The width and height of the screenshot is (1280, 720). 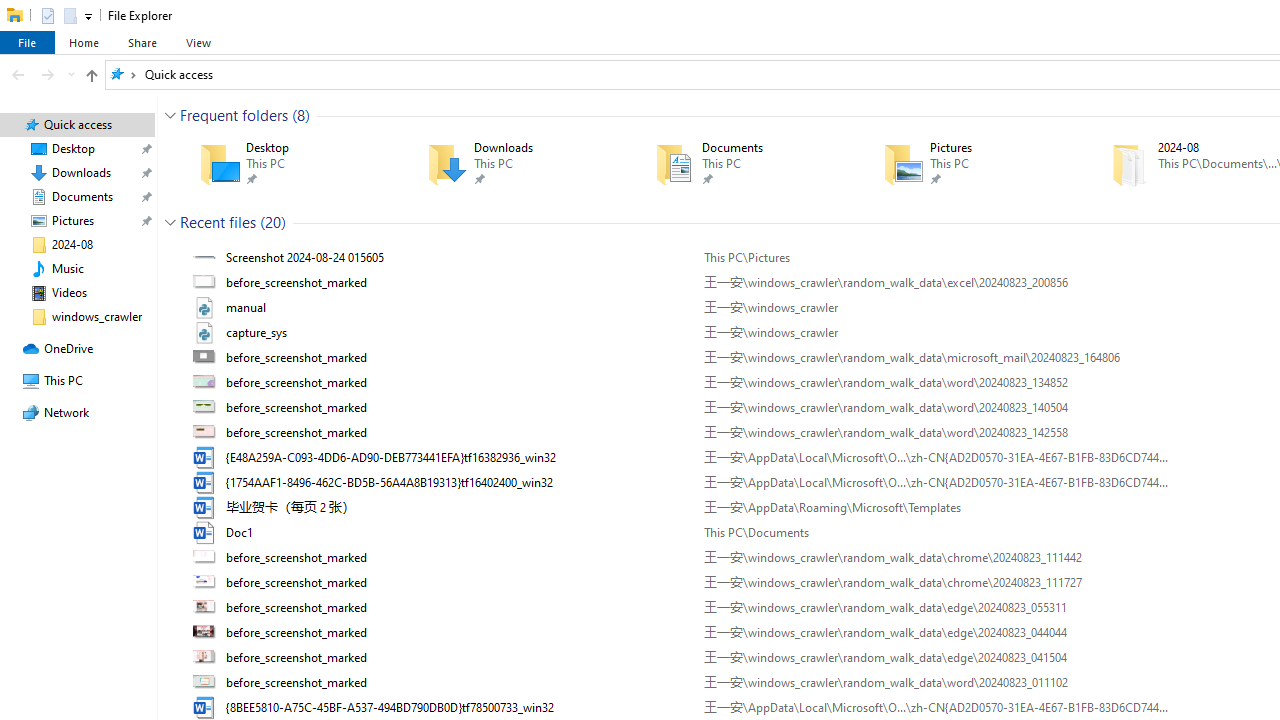 What do you see at coordinates (739, 163) in the screenshot?
I see `'Documents'` at bounding box center [739, 163].